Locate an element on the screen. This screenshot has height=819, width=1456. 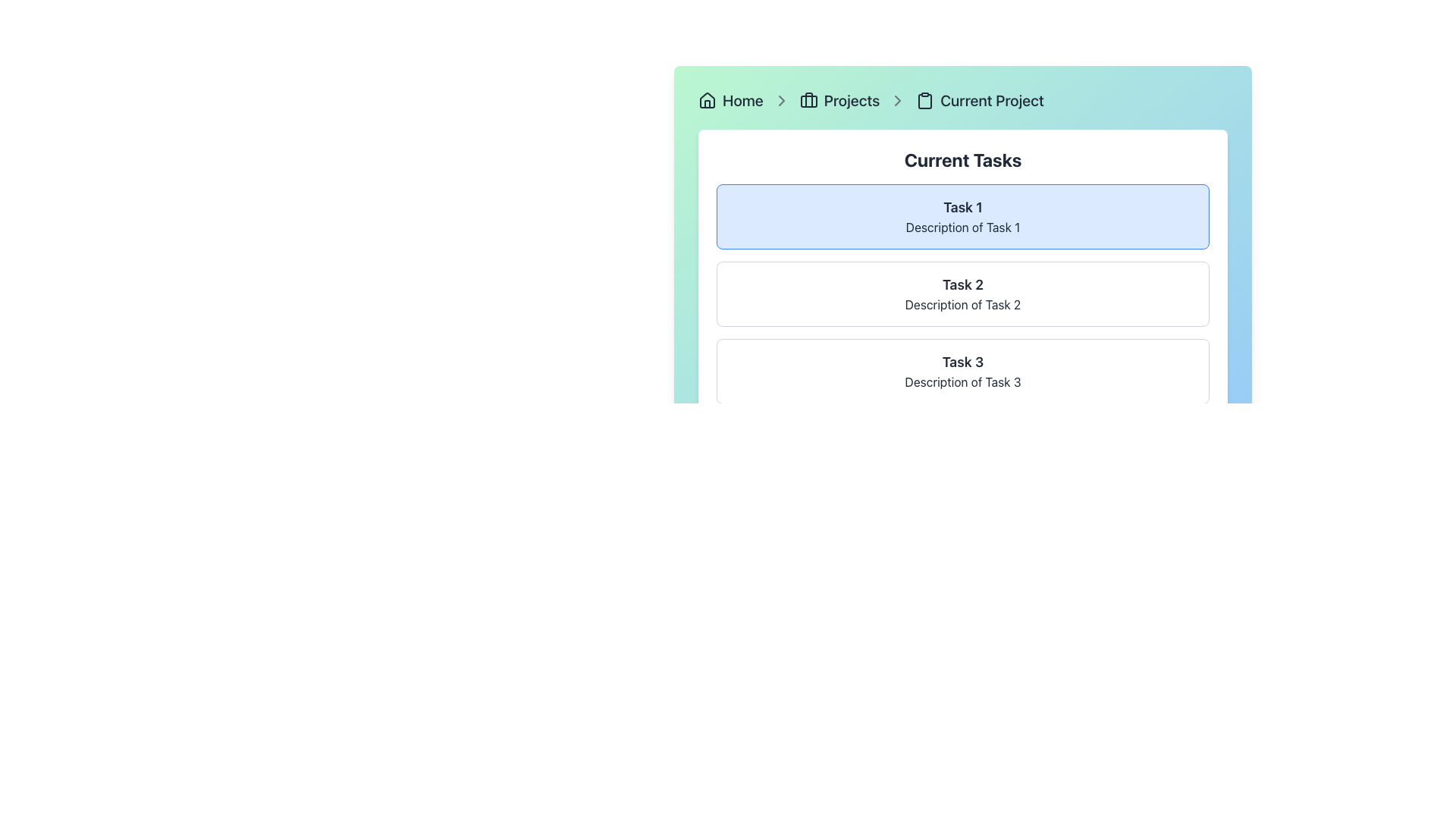
the decorative SVG rectangle element that is part of the briefcase icon is located at coordinates (808, 102).